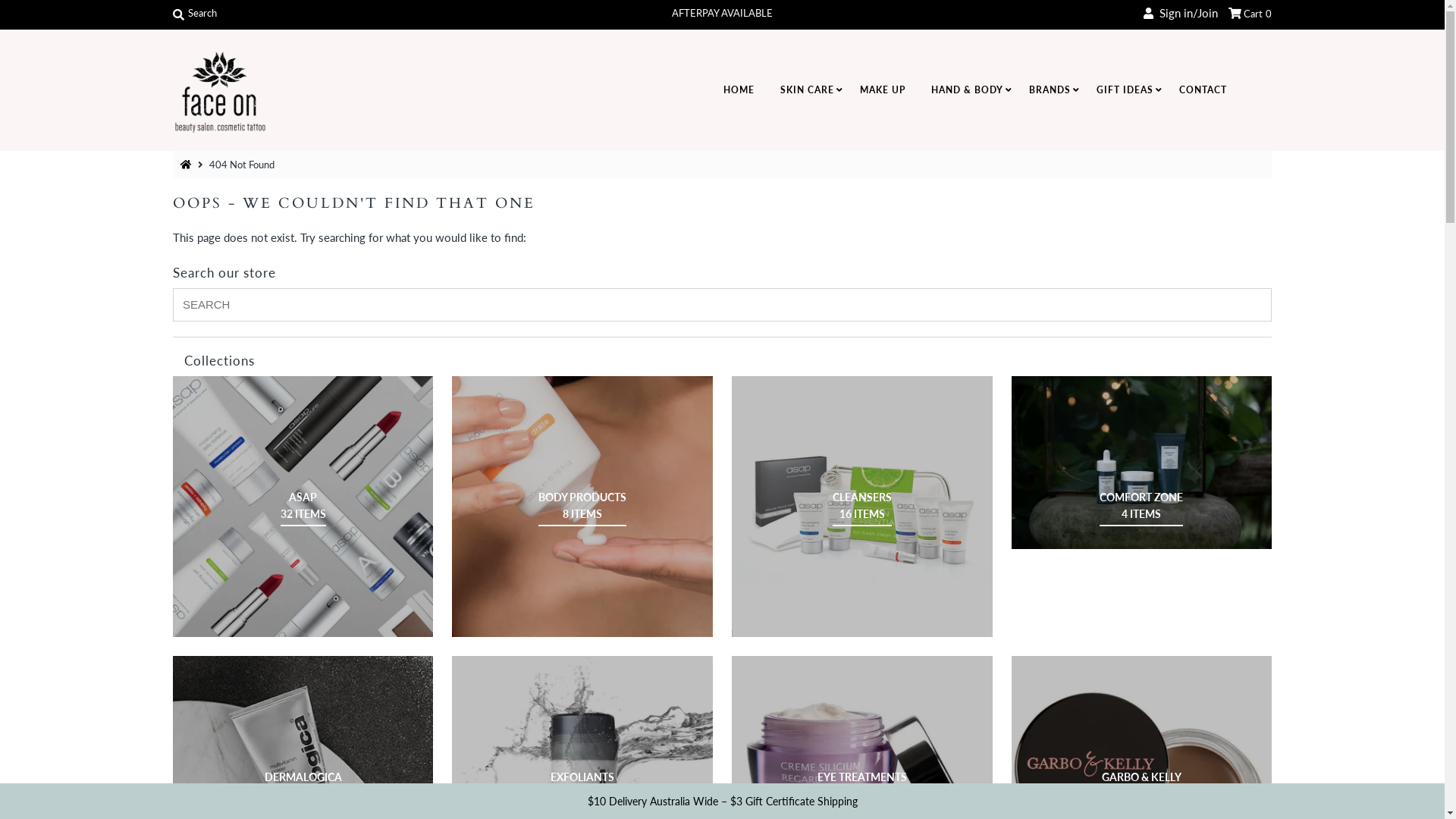  Describe the element at coordinates (862, 785) in the screenshot. I see `'EYE TREATMENTS` at that location.